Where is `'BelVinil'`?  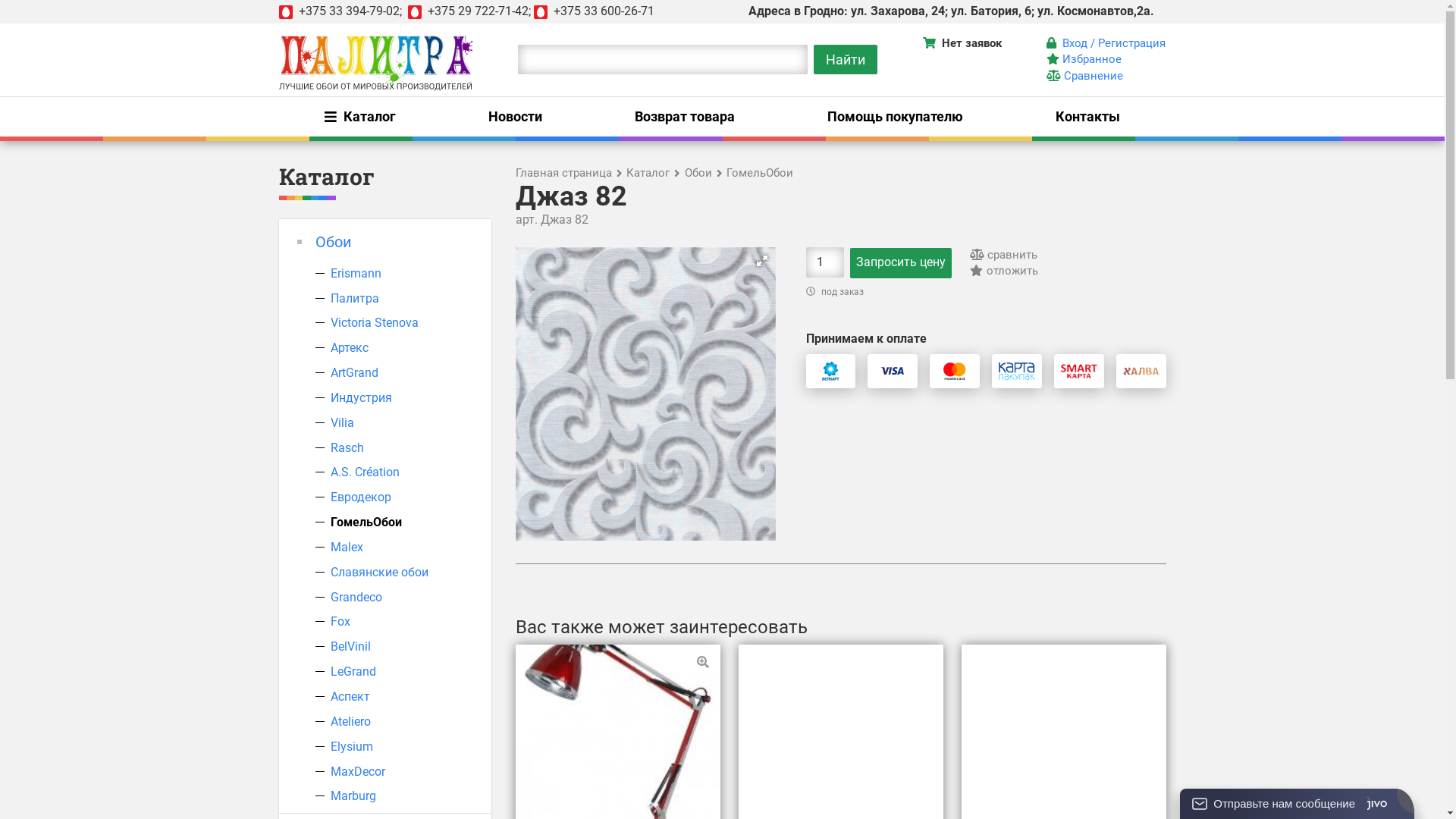 'BelVinil' is located at coordinates (330, 646).